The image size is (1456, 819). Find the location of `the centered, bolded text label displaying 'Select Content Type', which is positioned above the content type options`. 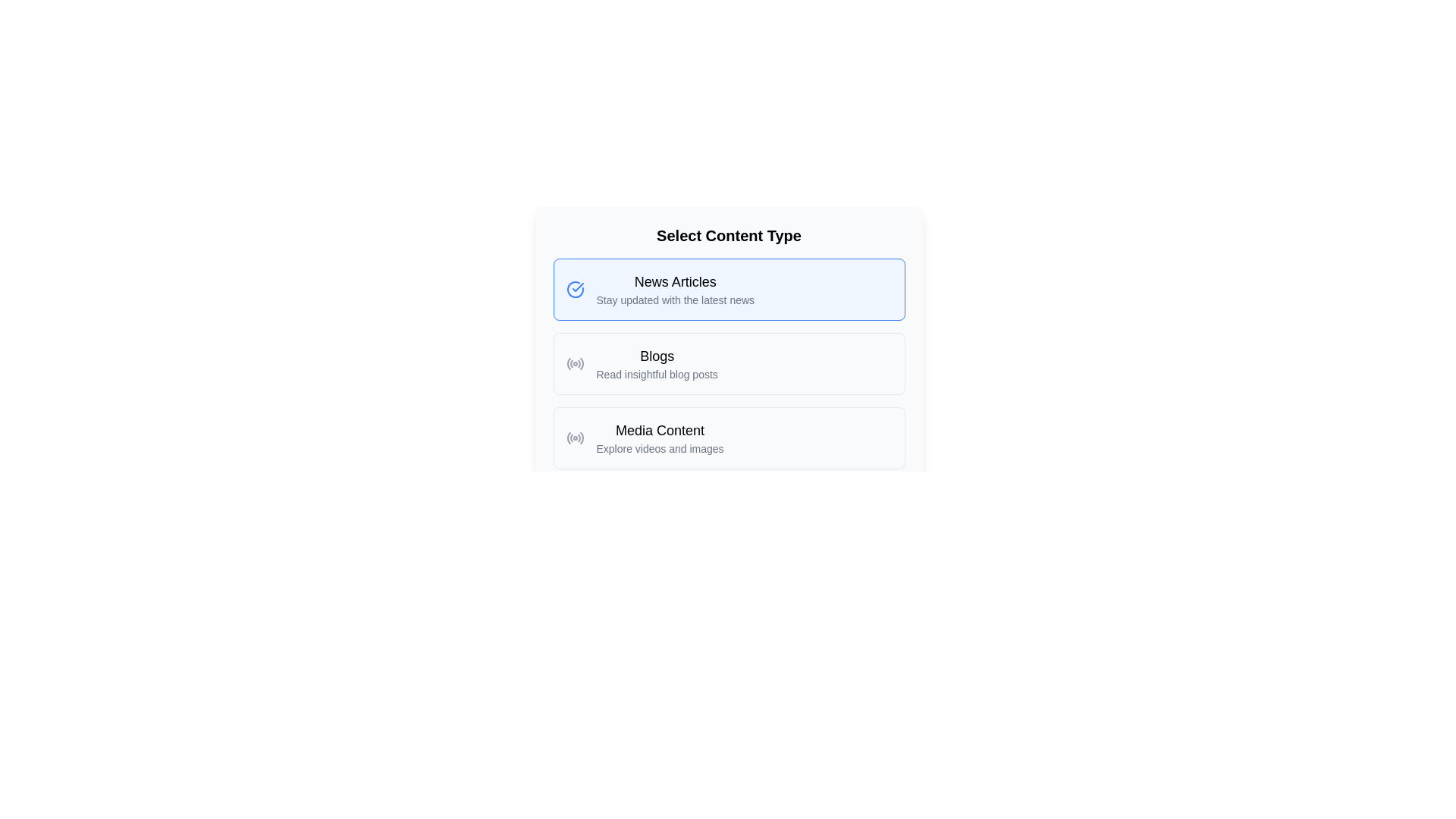

the centered, bolded text label displaying 'Select Content Type', which is positioned above the content type options is located at coordinates (729, 236).